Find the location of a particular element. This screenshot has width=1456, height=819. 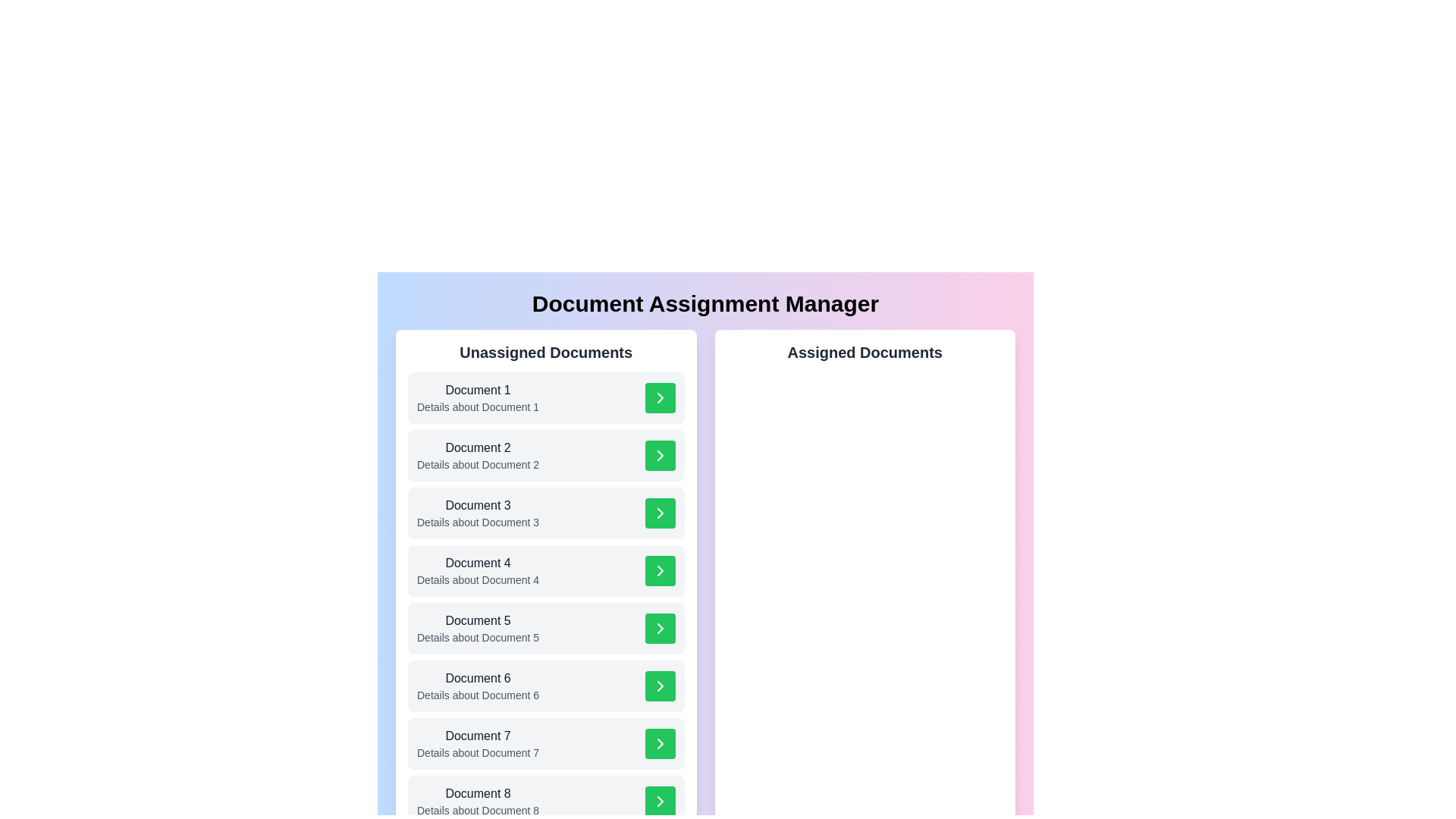

the chevron icon within the green button next to the 'Document 6' entry in the 'Unassigned Documents' column is located at coordinates (660, 686).